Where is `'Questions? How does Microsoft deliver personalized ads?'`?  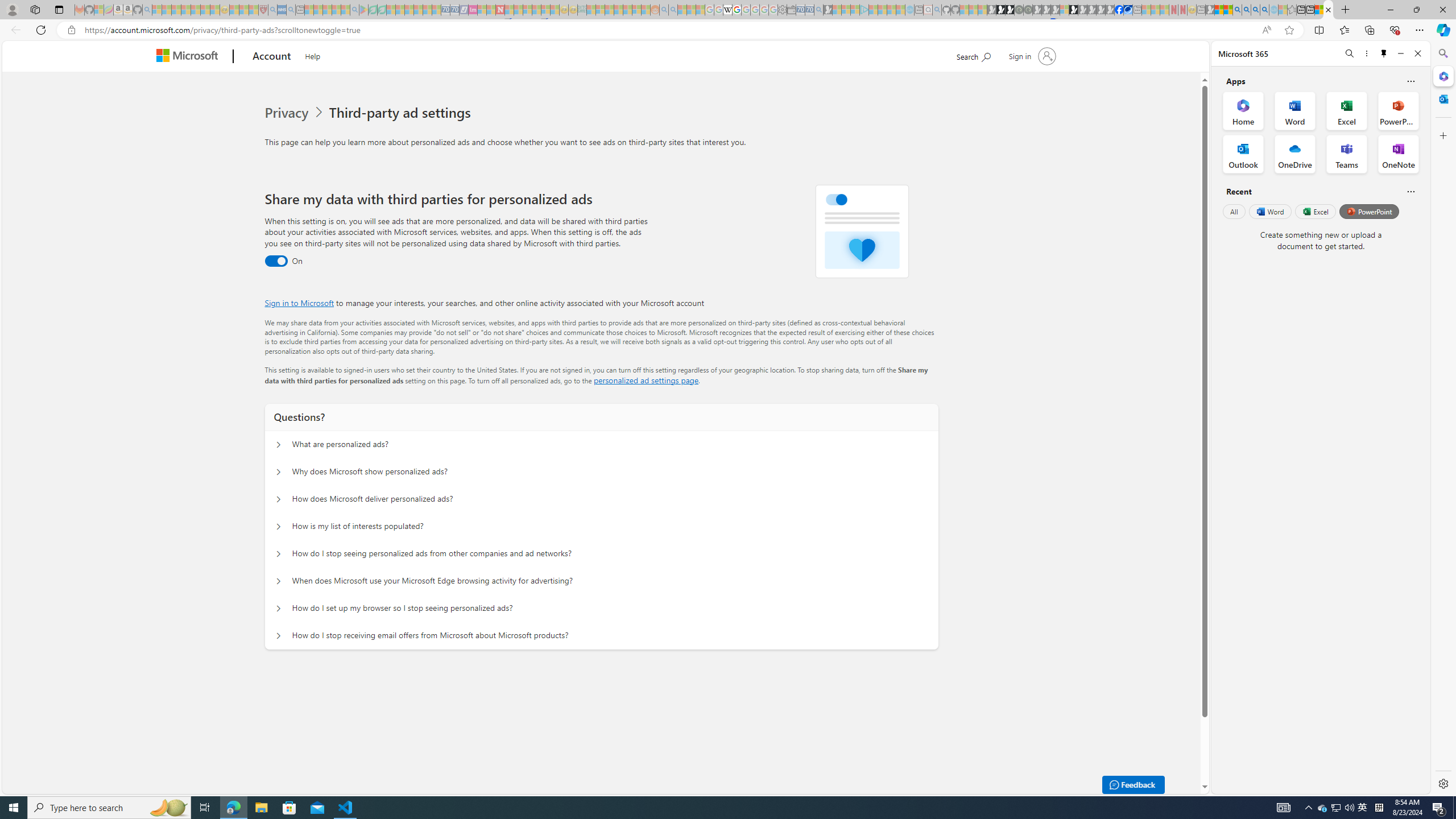 'Questions? How does Microsoft deliver personalized ads?' is located at coordinates (278, 499).